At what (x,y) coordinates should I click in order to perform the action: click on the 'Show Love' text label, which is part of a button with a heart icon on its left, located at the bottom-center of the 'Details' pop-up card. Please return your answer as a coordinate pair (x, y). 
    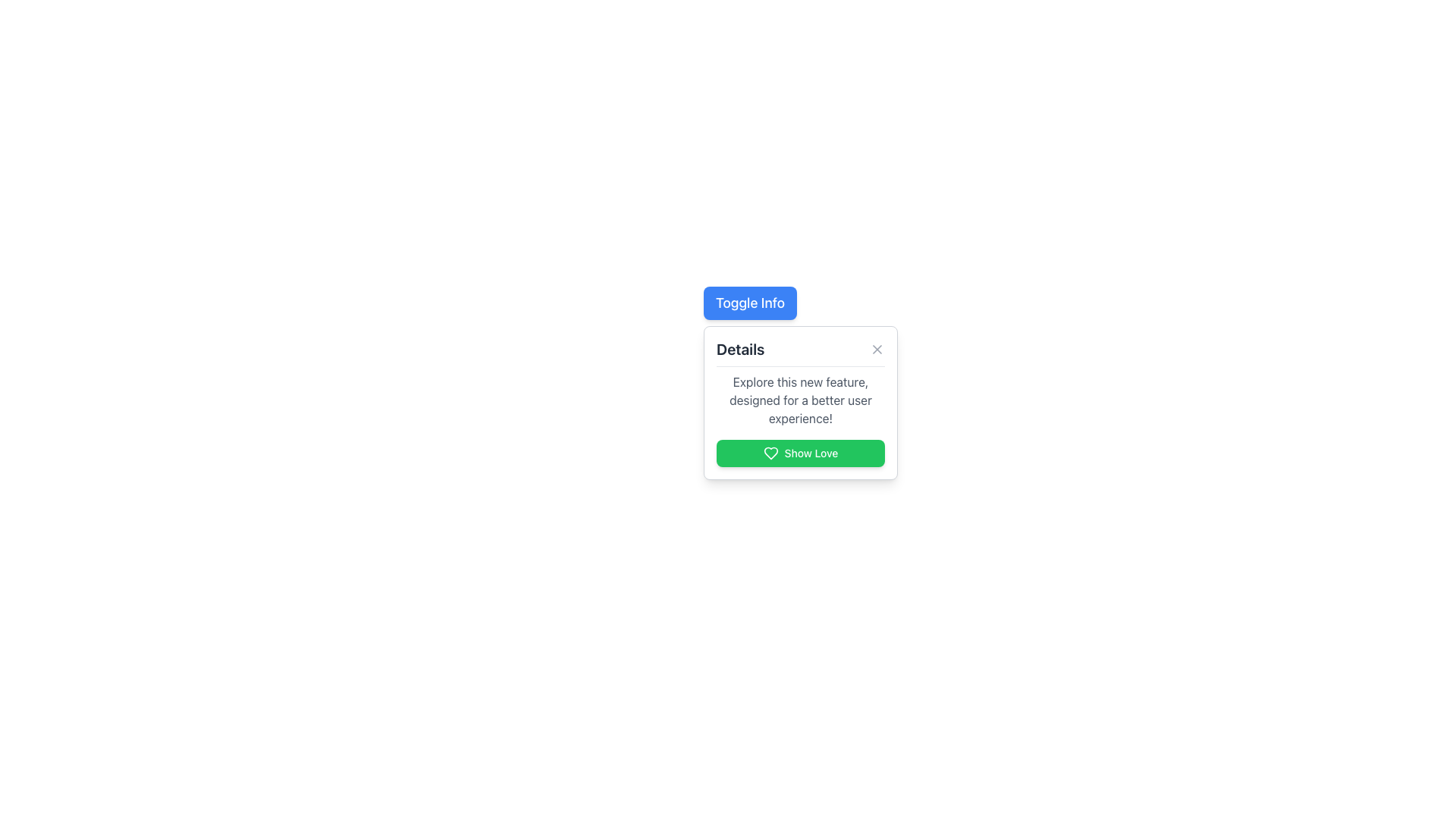
    Looking at the image, I should click on (811, 452).